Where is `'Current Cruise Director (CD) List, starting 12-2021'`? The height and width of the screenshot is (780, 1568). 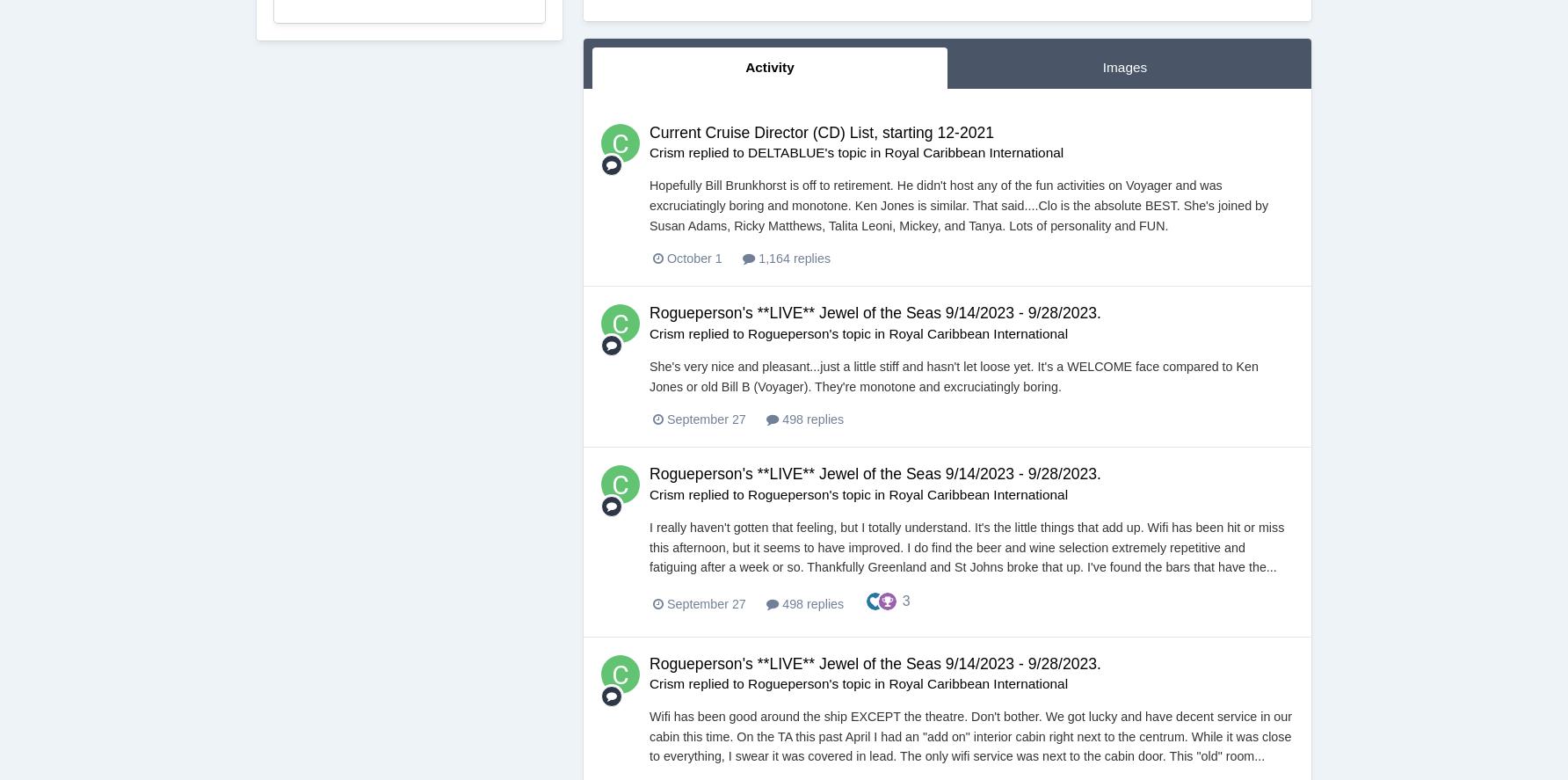 'Current Cruise Director (CD) List, starting 12-2021' is located at coordinates (821, 130).